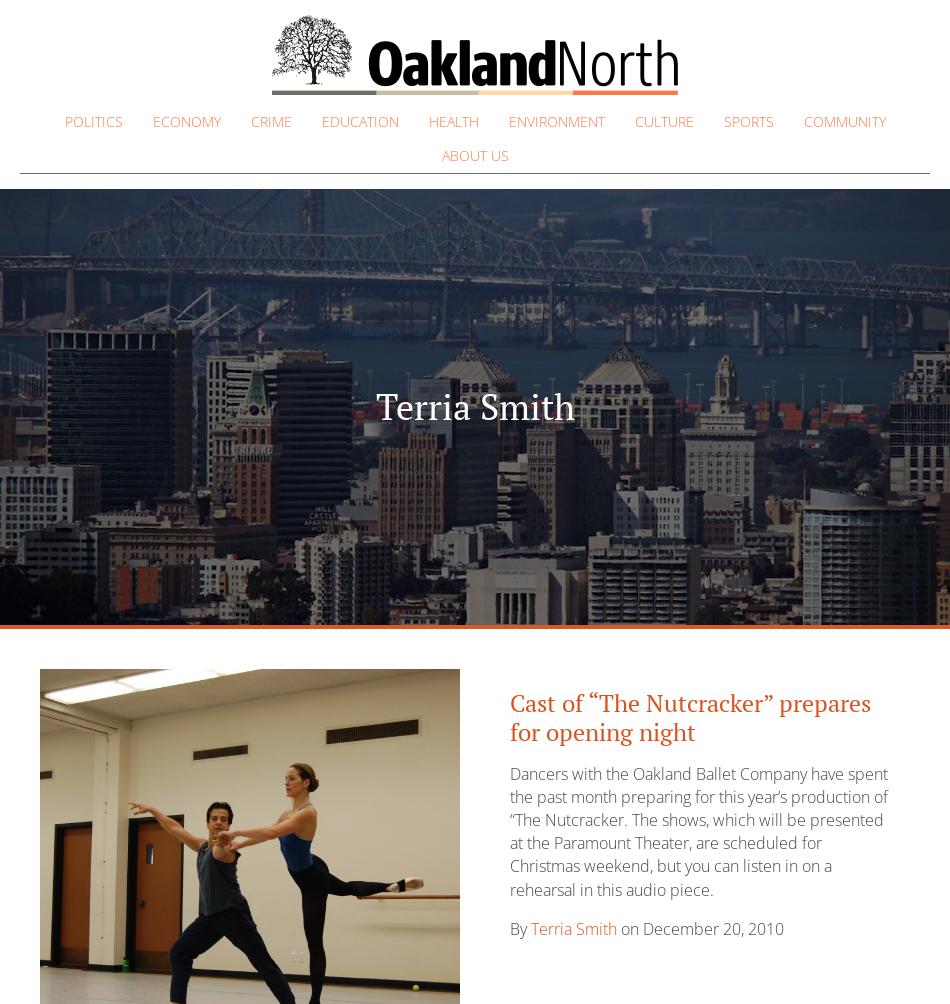 The image size is (950, 1004). What do you see at coordinates (802, 121) in the screenshot?
I see `'Community'` at bounding box center [802, 121].